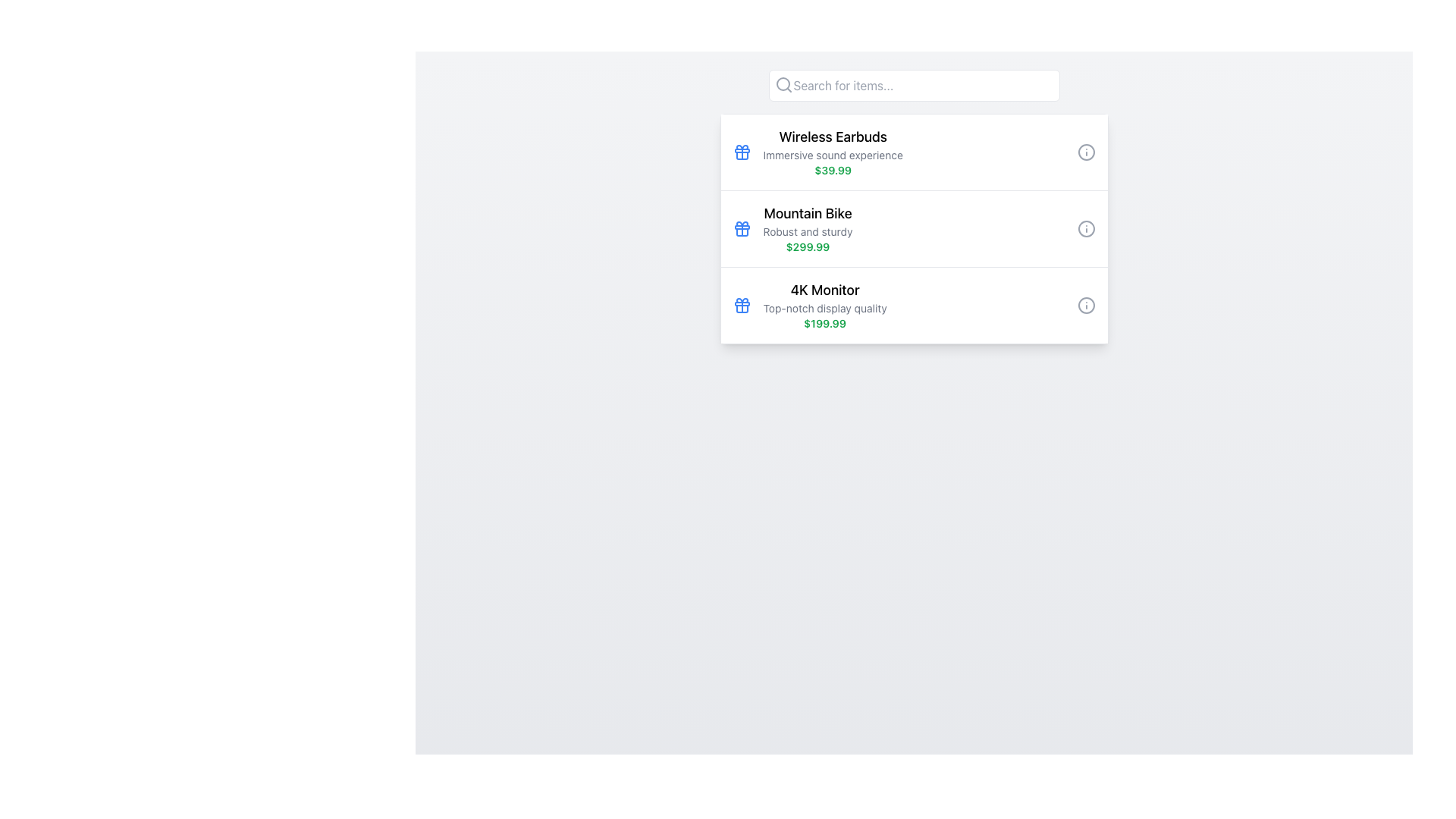 The image size is (1456, 819). I want to click on the bottom portion of the gift icon located on the left side of the '4K Monitor' entry in the list, so click(742, 308).